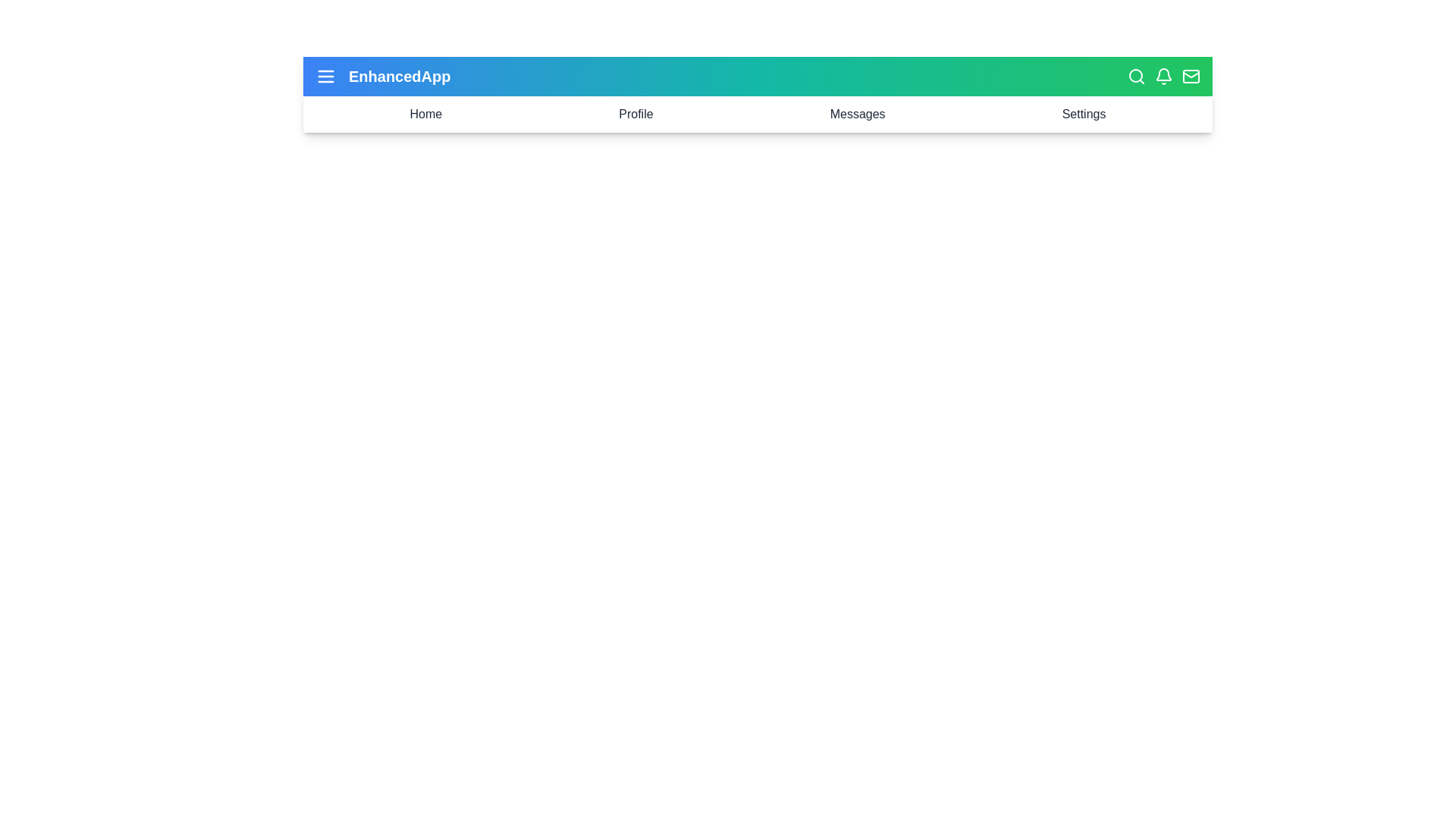 This screenshot has height=819, width=1456. Describe the element at coordinates (1083, 113) in the screenshot. I see `the 'Settings' menu item in the navigation bar` at that location.